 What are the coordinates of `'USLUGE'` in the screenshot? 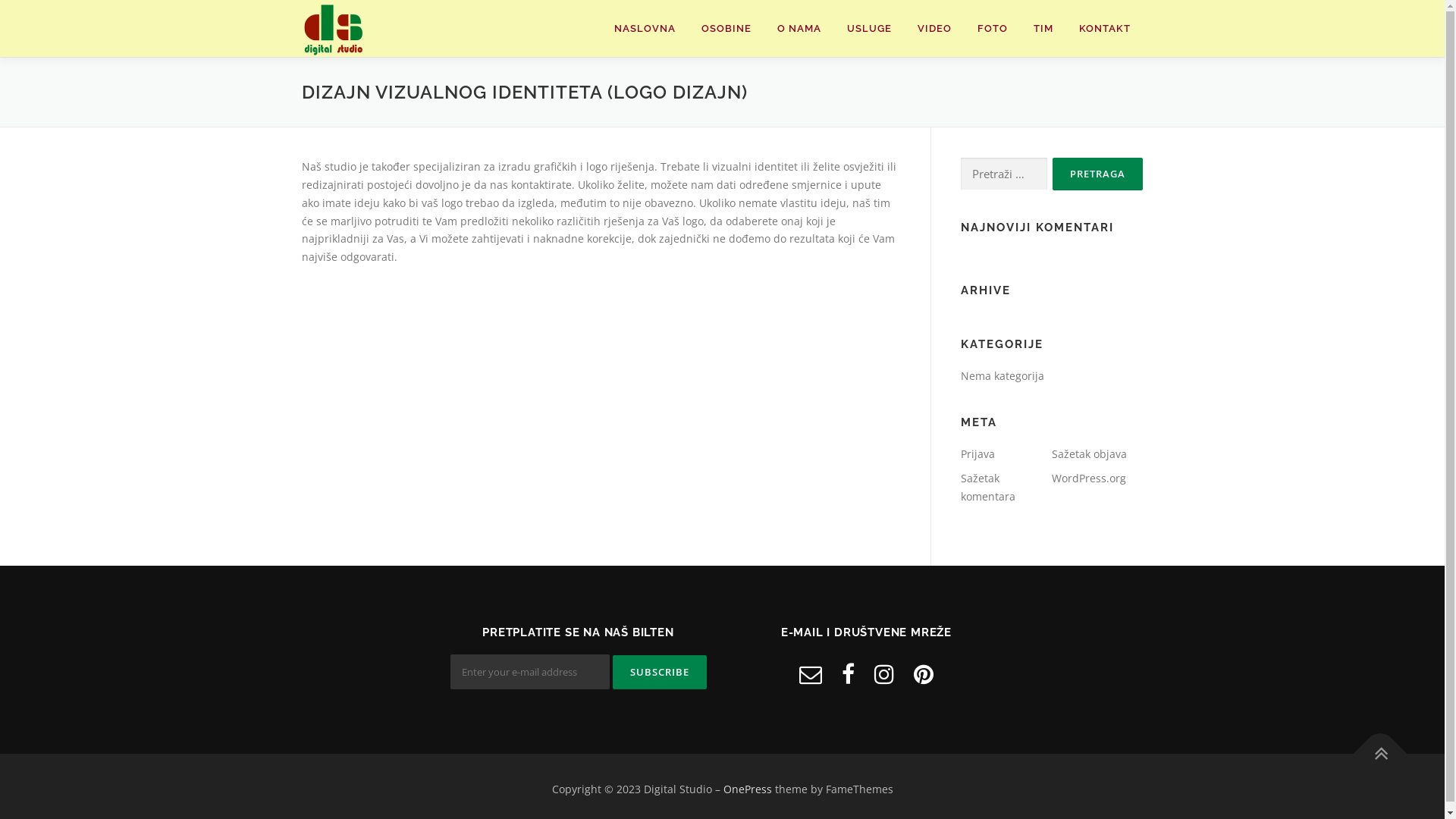 It's located at (869, 28).